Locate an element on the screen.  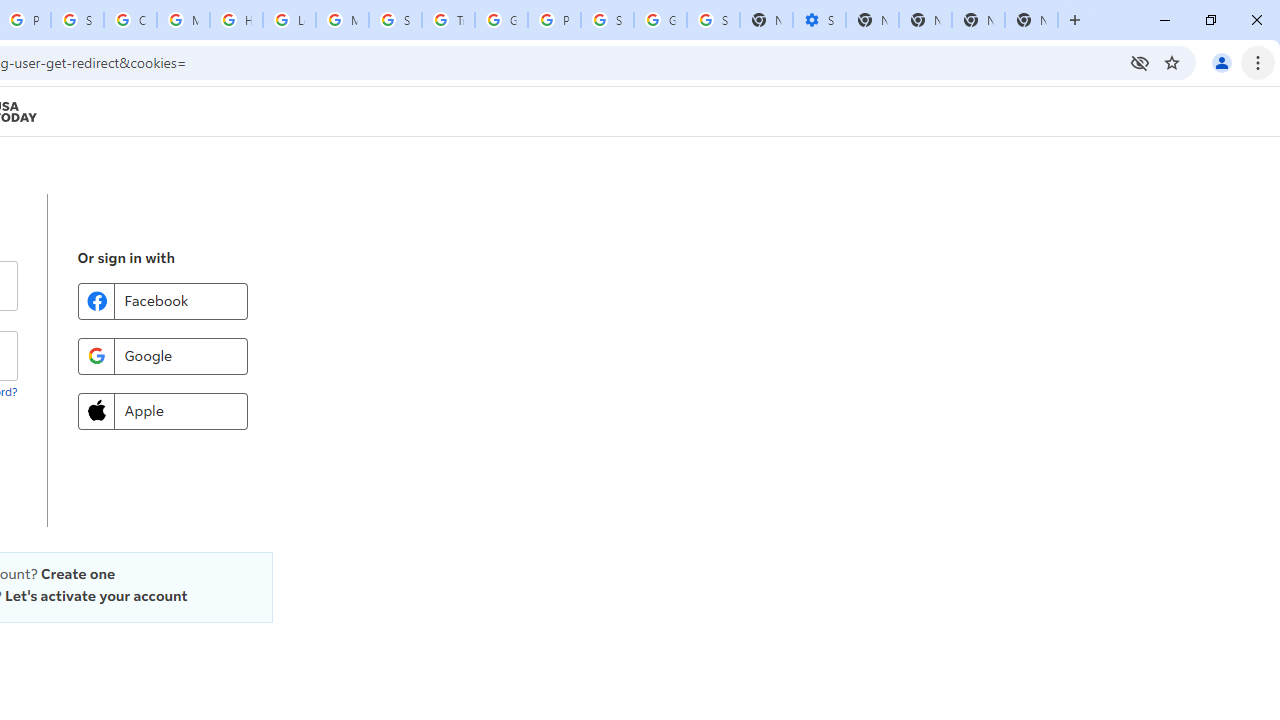
'New Tab' is located at coordinates (1074, 20).